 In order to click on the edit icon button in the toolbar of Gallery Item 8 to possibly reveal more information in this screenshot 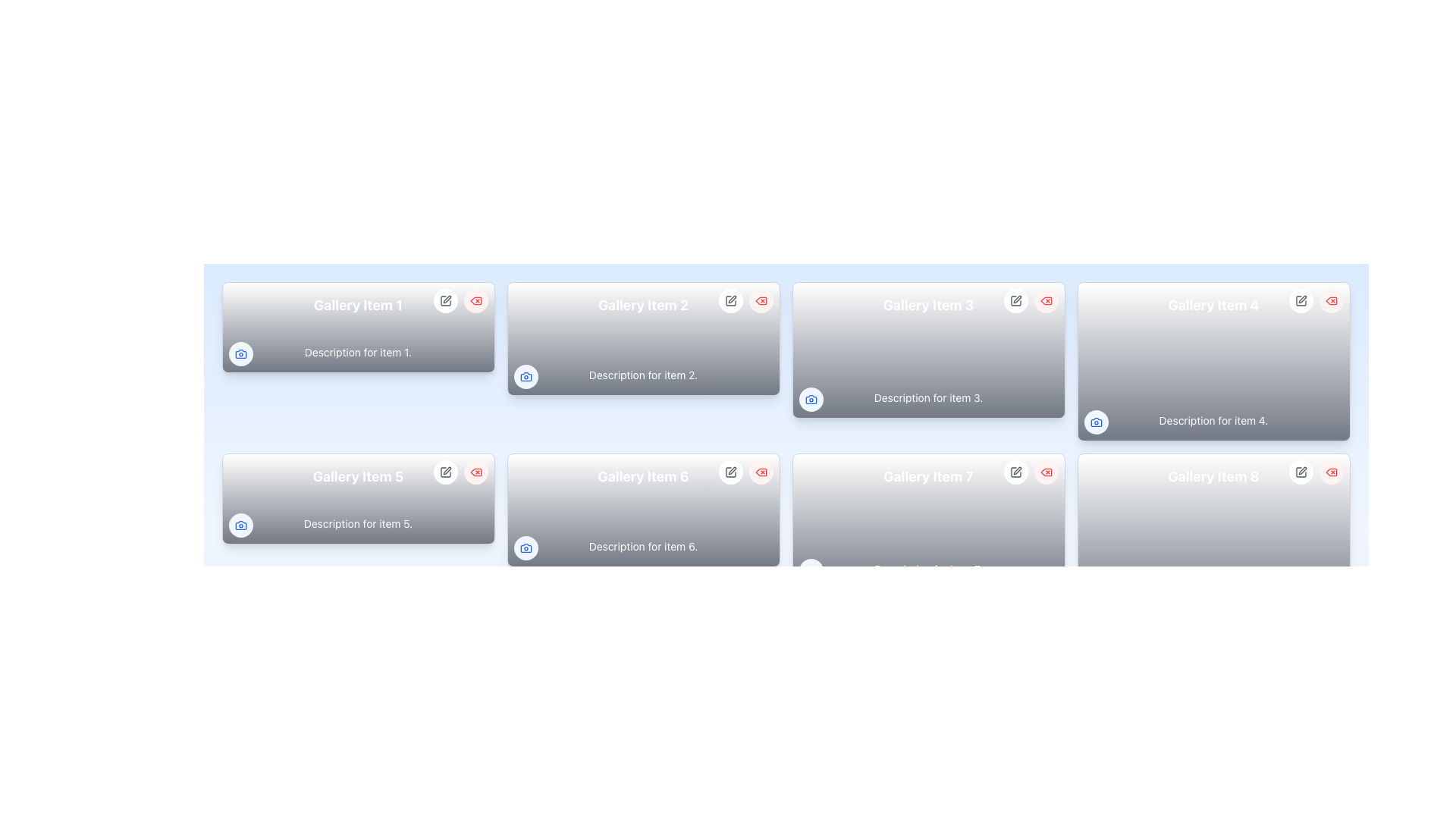, I will do `click(1300, 472)`.